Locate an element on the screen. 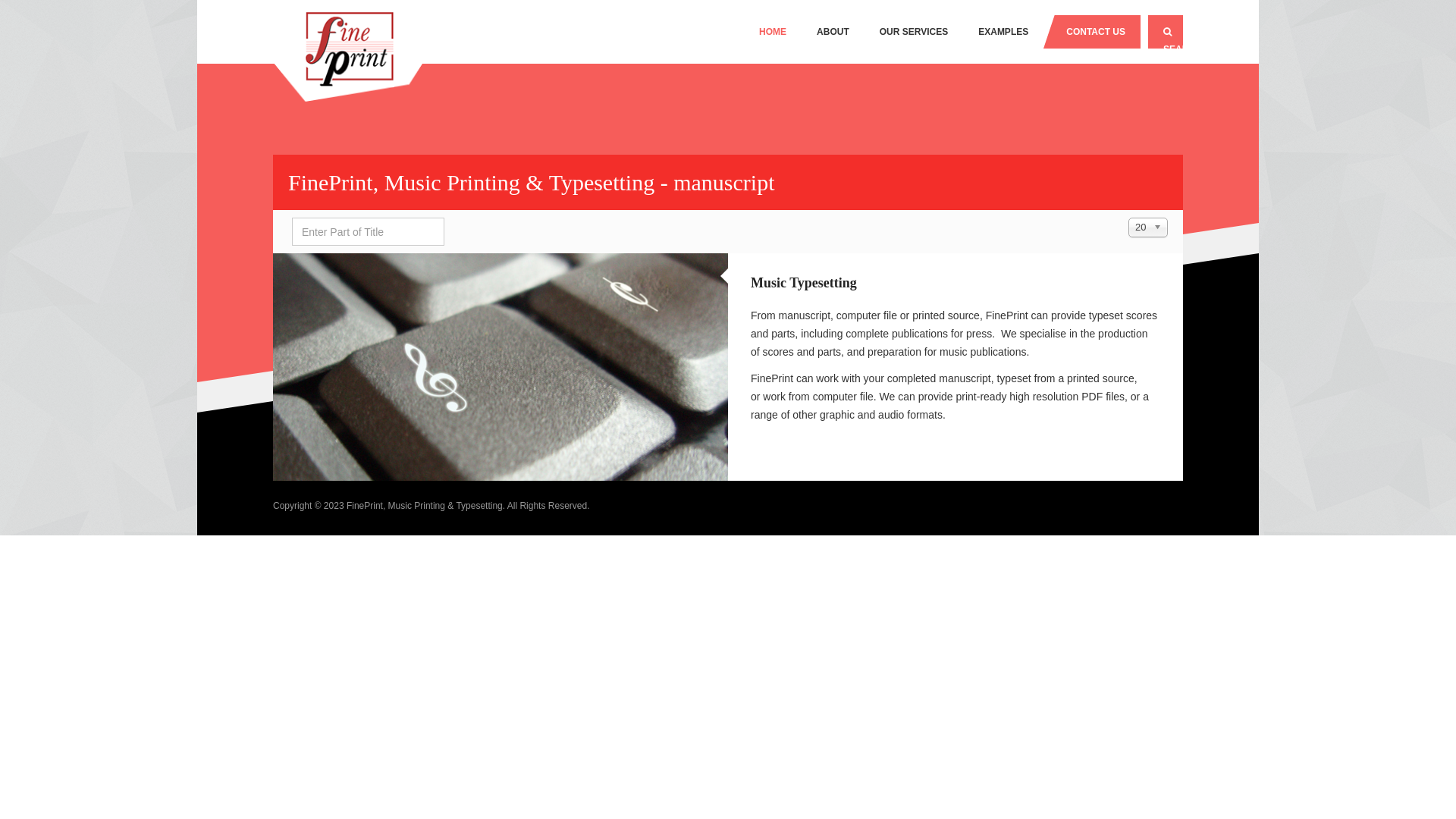 This screenshot has height=819, width=1456. 'Enter all or part of the title to search for.' is located at coordinates (368, 231).